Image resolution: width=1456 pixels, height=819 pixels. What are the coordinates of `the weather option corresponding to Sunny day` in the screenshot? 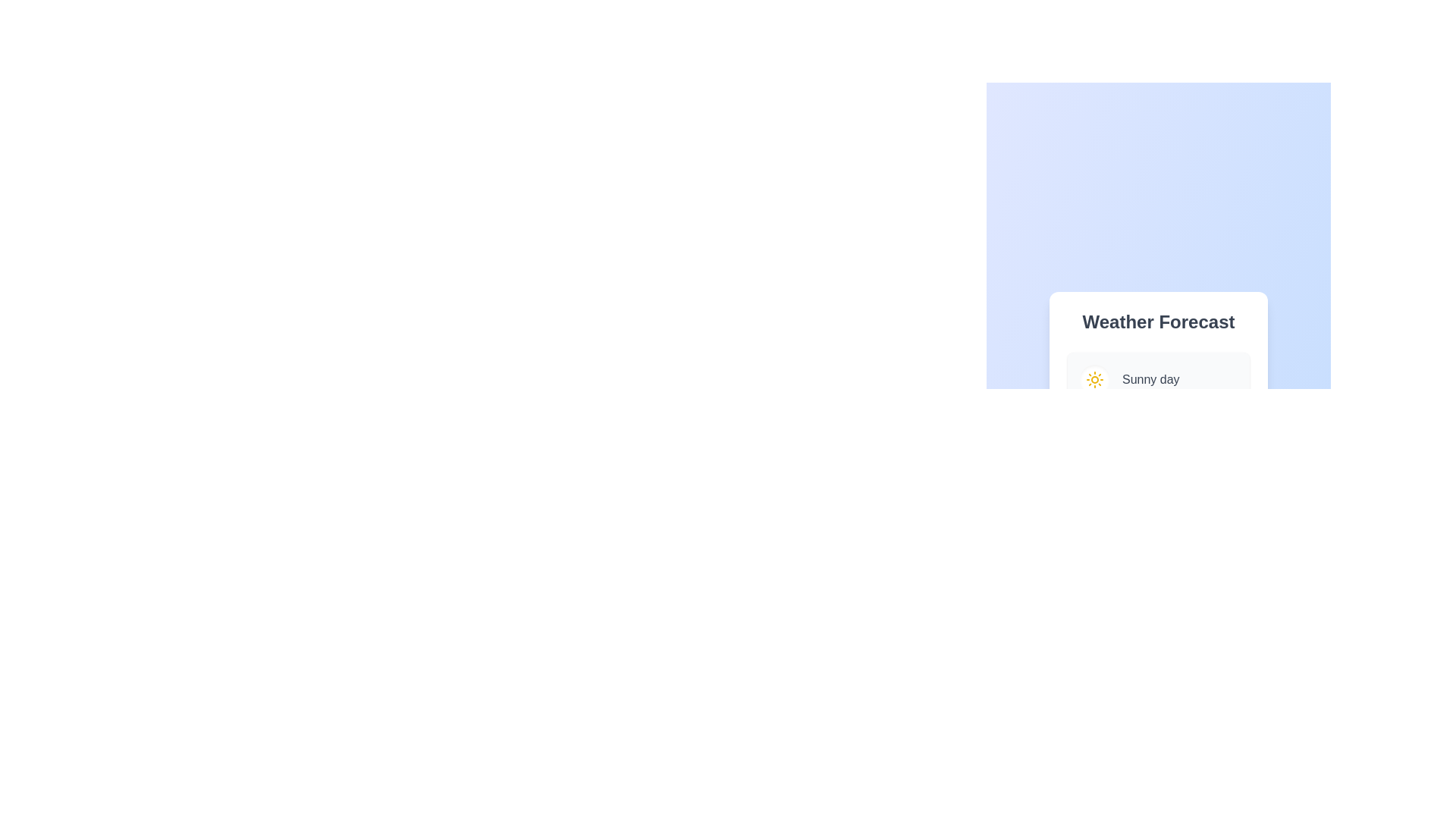 It's located at (1157, 379).